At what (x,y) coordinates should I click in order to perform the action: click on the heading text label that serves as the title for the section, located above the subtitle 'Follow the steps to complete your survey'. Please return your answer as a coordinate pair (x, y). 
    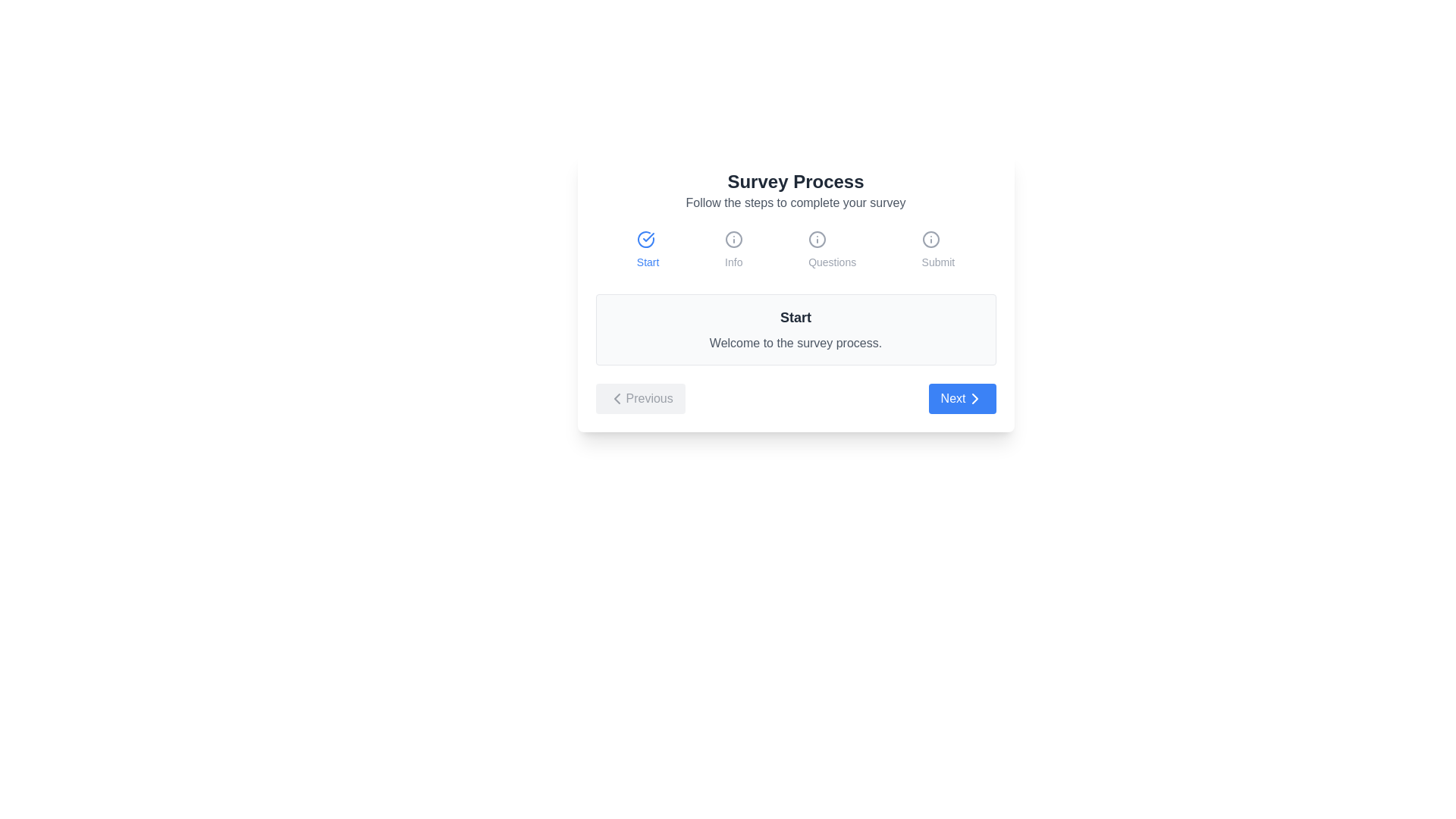
    Looking at the image, I should click on (795, 180).